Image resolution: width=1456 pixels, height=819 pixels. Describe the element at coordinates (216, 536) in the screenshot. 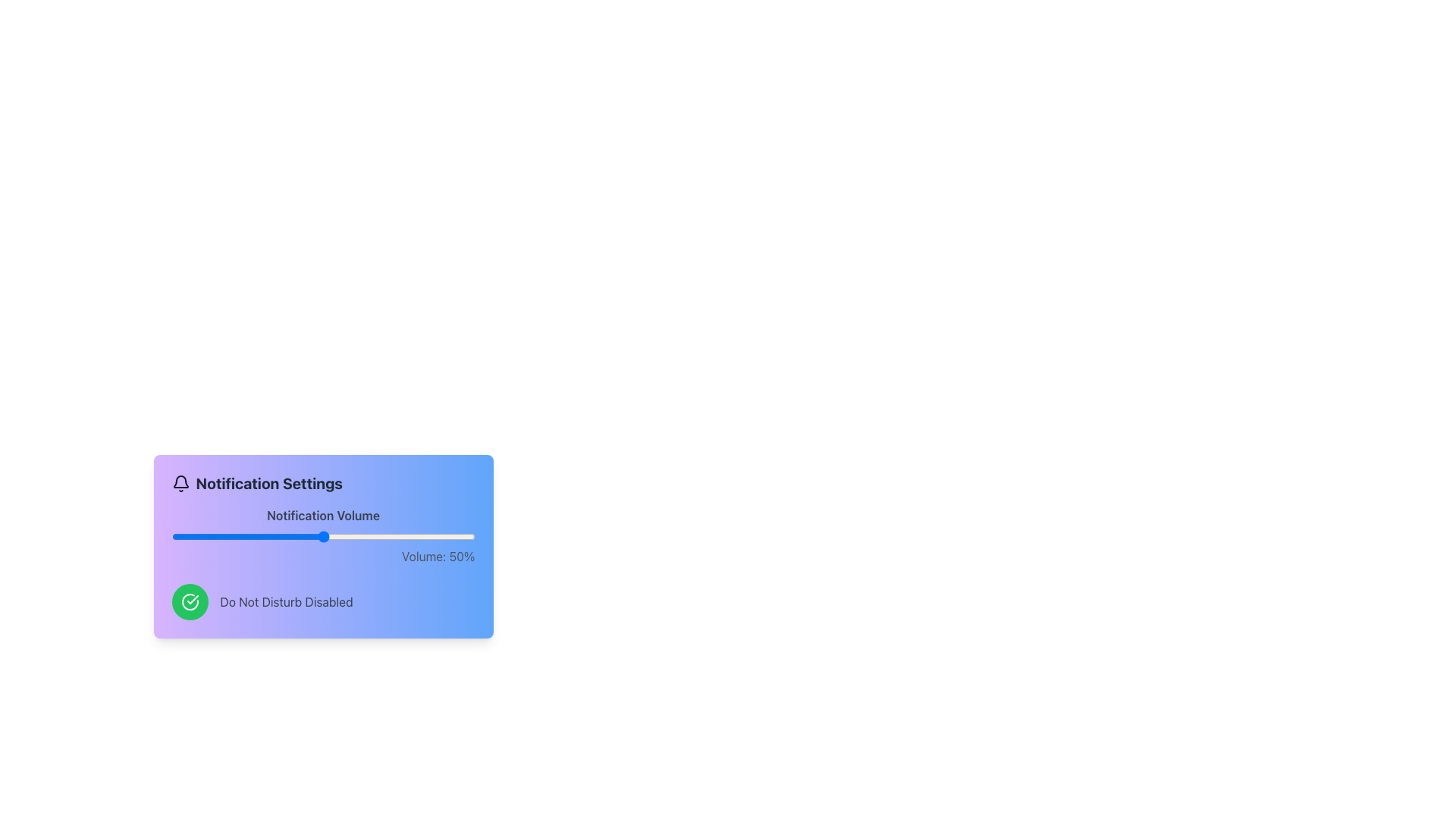

I see `notification volume` at that location.